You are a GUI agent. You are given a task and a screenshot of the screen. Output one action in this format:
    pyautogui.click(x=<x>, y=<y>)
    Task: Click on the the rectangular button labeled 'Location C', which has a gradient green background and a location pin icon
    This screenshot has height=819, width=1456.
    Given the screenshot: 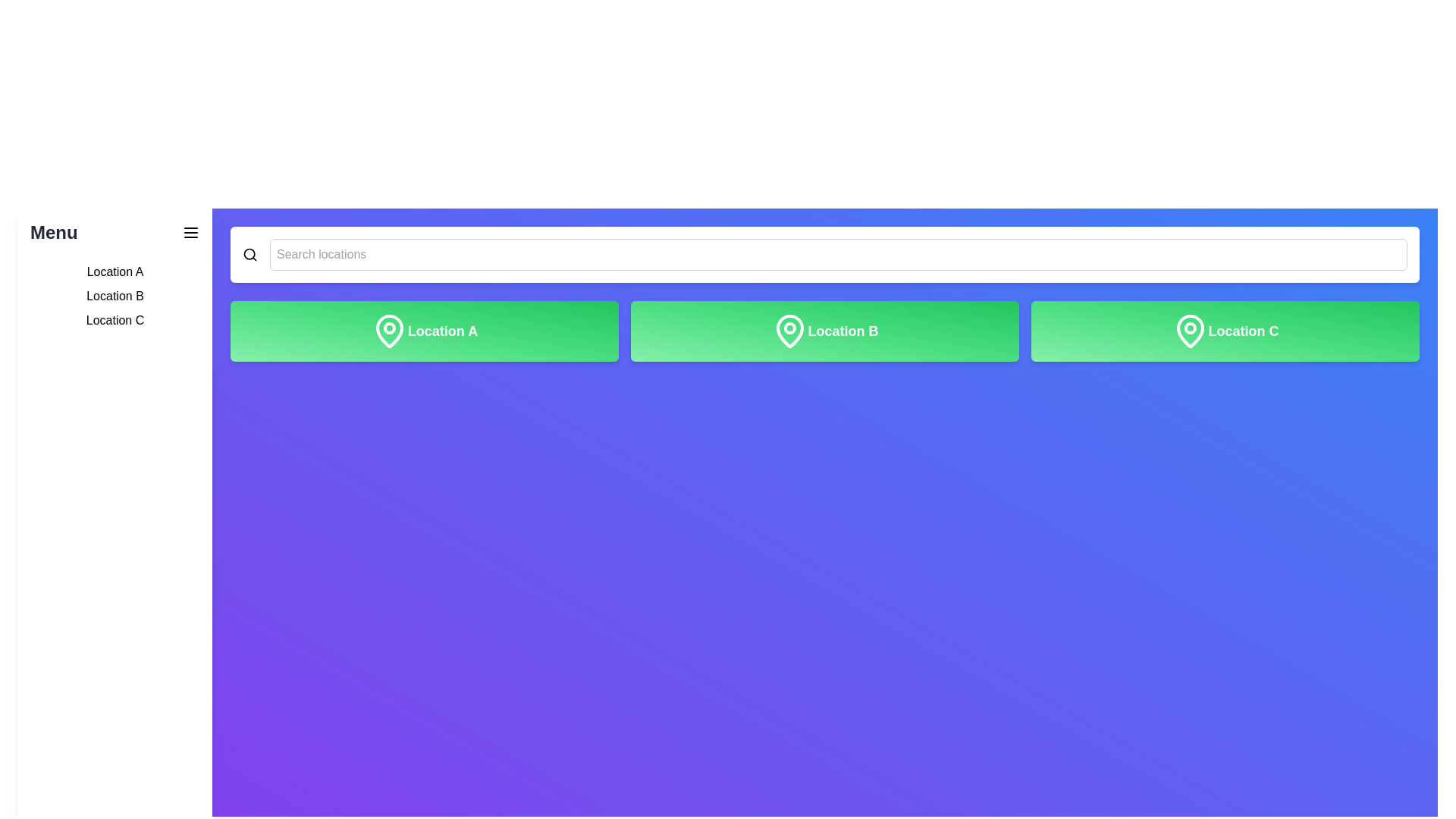 What is the action you would take?
    pyautogui.click(x=1225, y=330)
    